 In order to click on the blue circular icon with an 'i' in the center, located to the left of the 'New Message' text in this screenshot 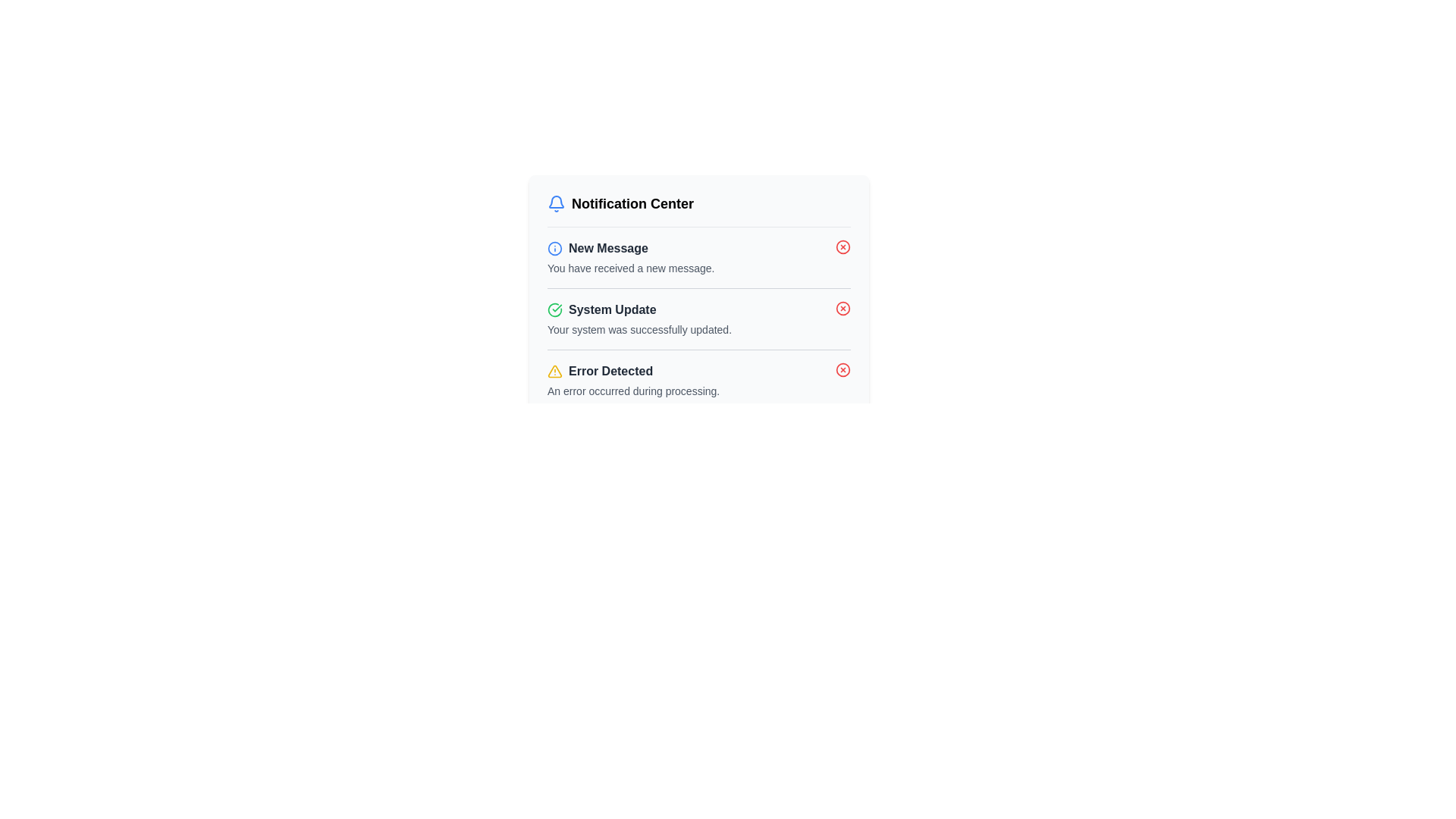, I will do `click(554, 247)`.